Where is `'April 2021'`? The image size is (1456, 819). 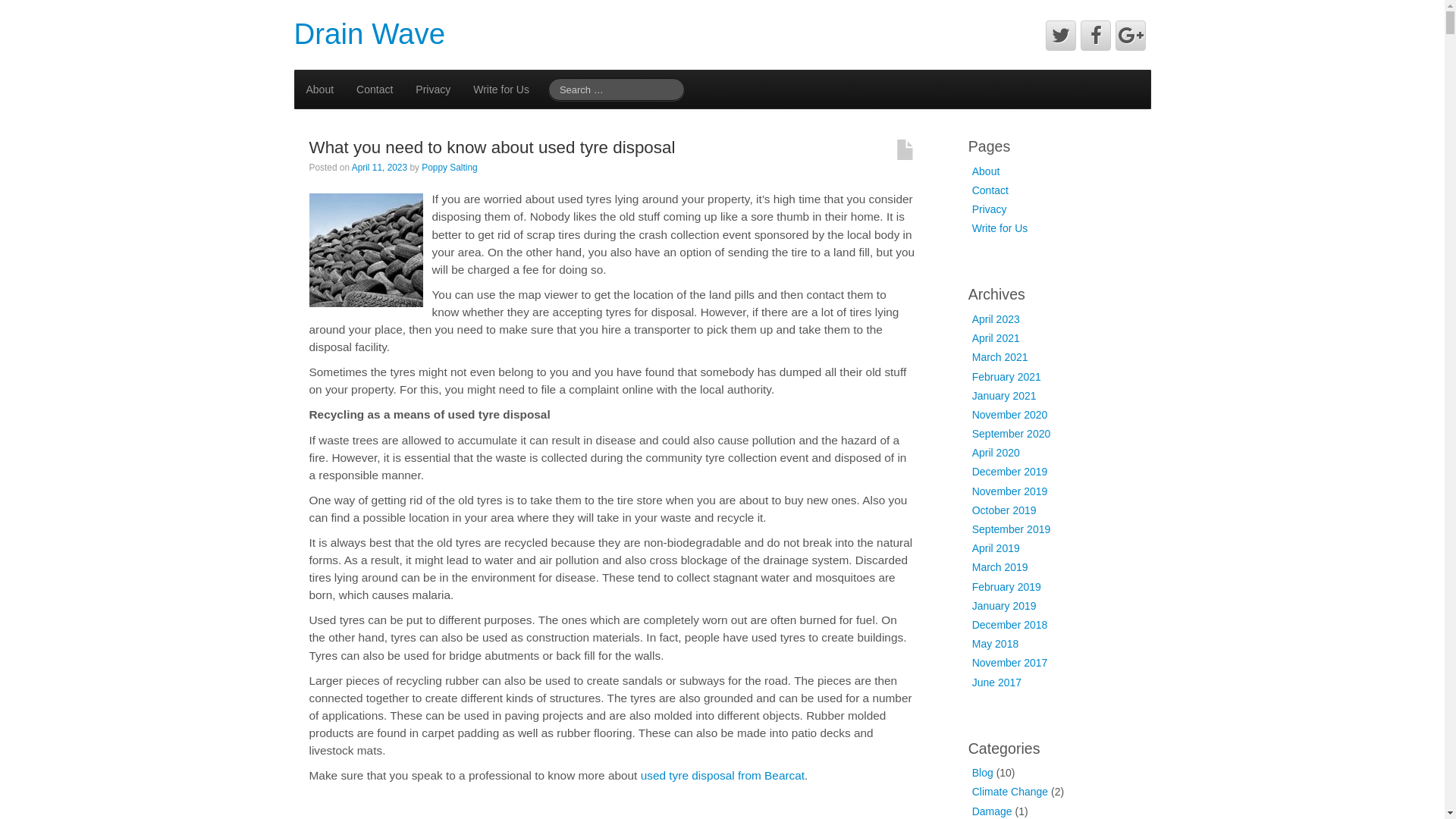 'April 2021' is located at coordinates (996, 337).